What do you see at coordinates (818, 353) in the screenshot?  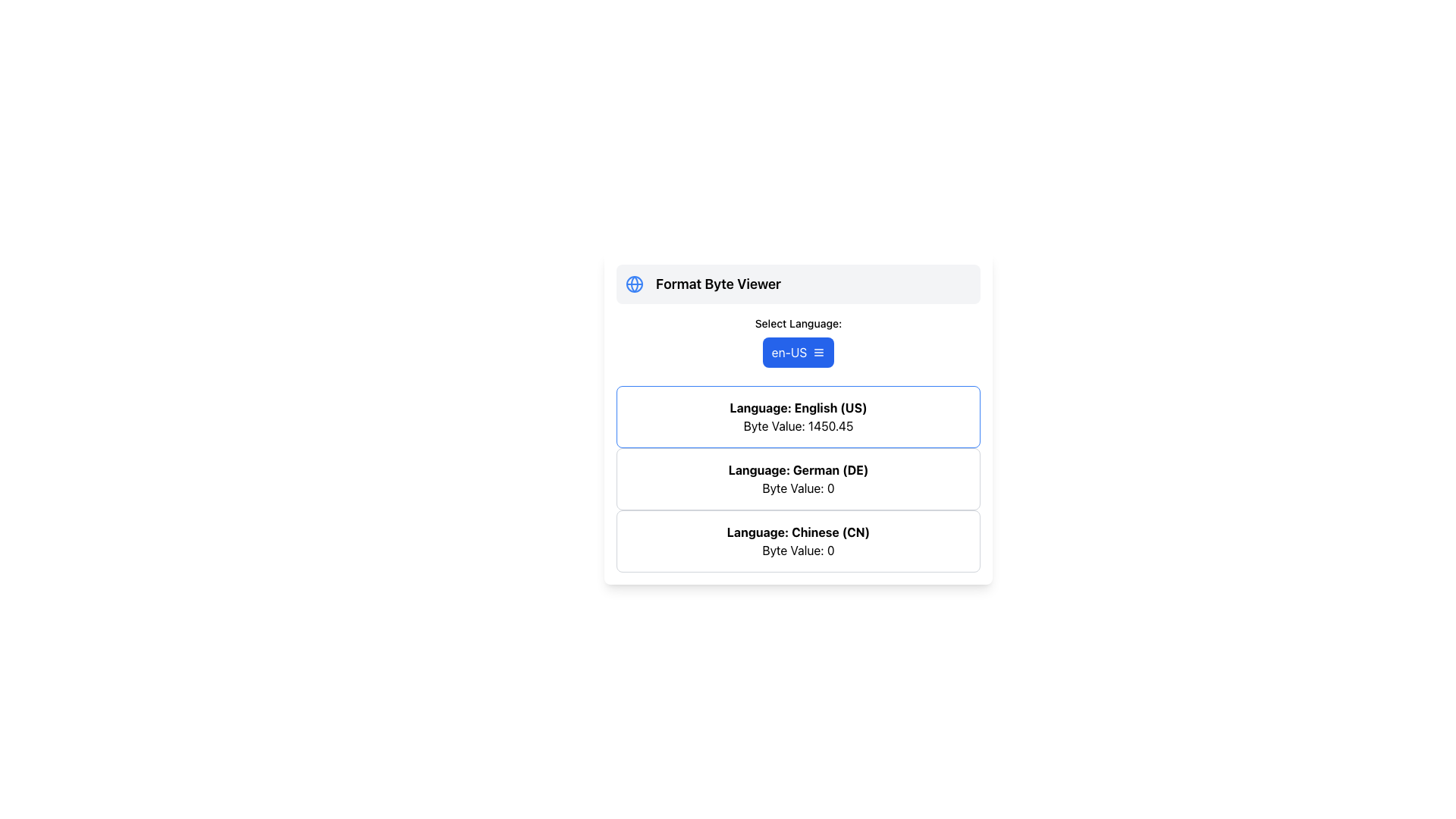 I see `the hamburger menu icon located to the immediate right of the 'en-US' text label within the blue rounded rectangle button` at bounding box center [818, 353].